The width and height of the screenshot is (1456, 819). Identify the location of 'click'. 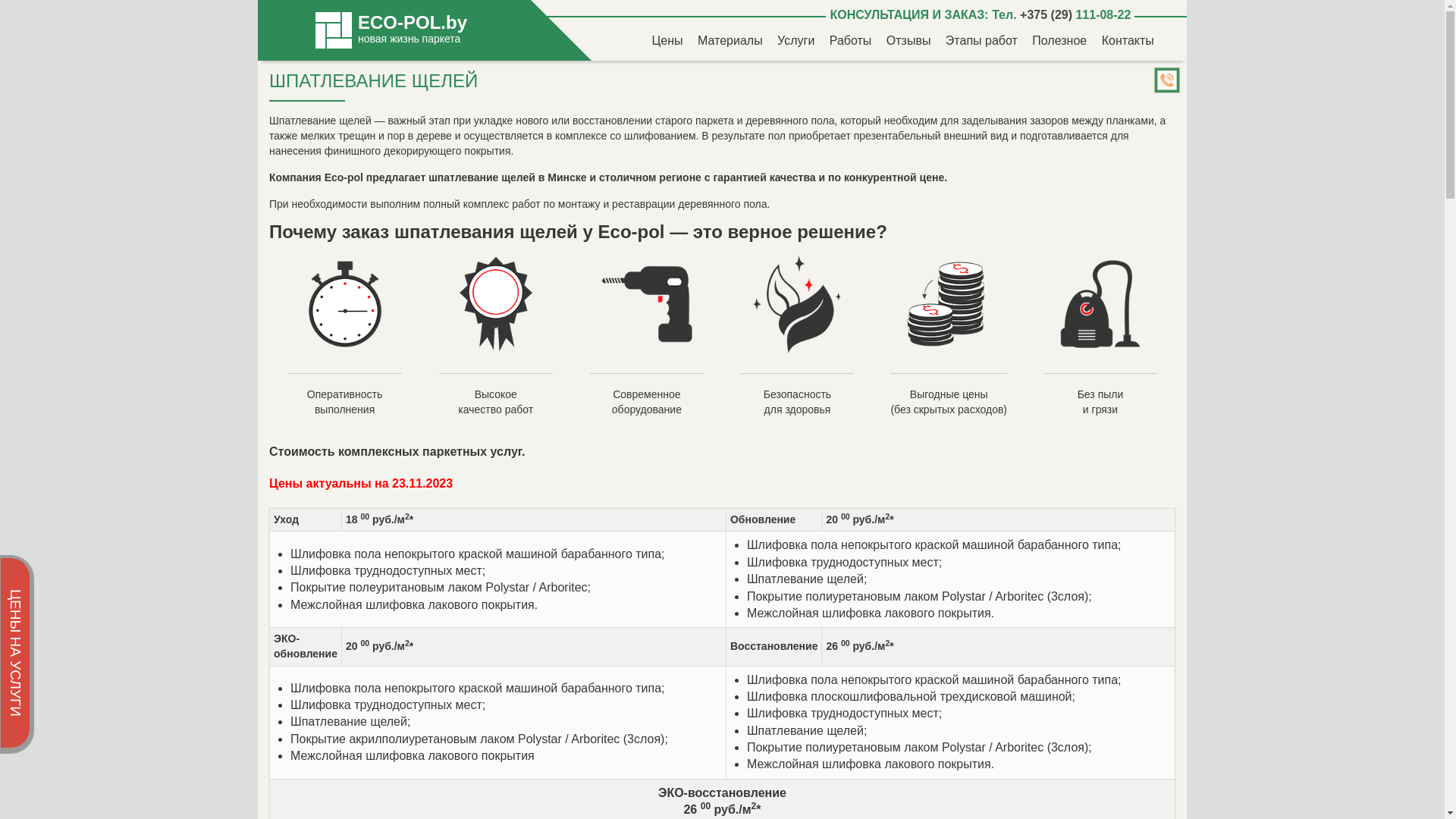
(1159, 82).